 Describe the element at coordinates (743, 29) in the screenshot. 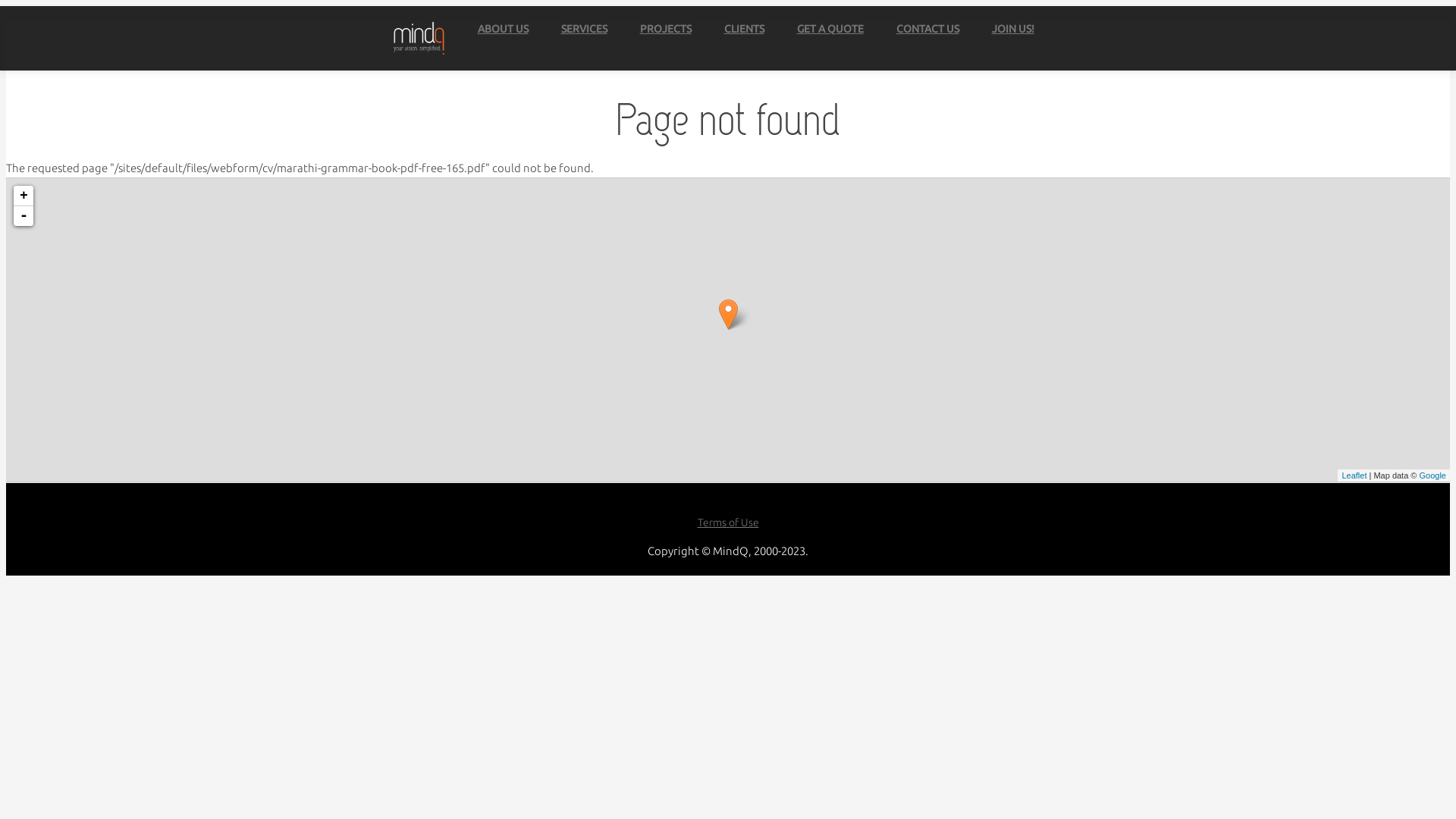

I see `'CLIENTS'` at that location.